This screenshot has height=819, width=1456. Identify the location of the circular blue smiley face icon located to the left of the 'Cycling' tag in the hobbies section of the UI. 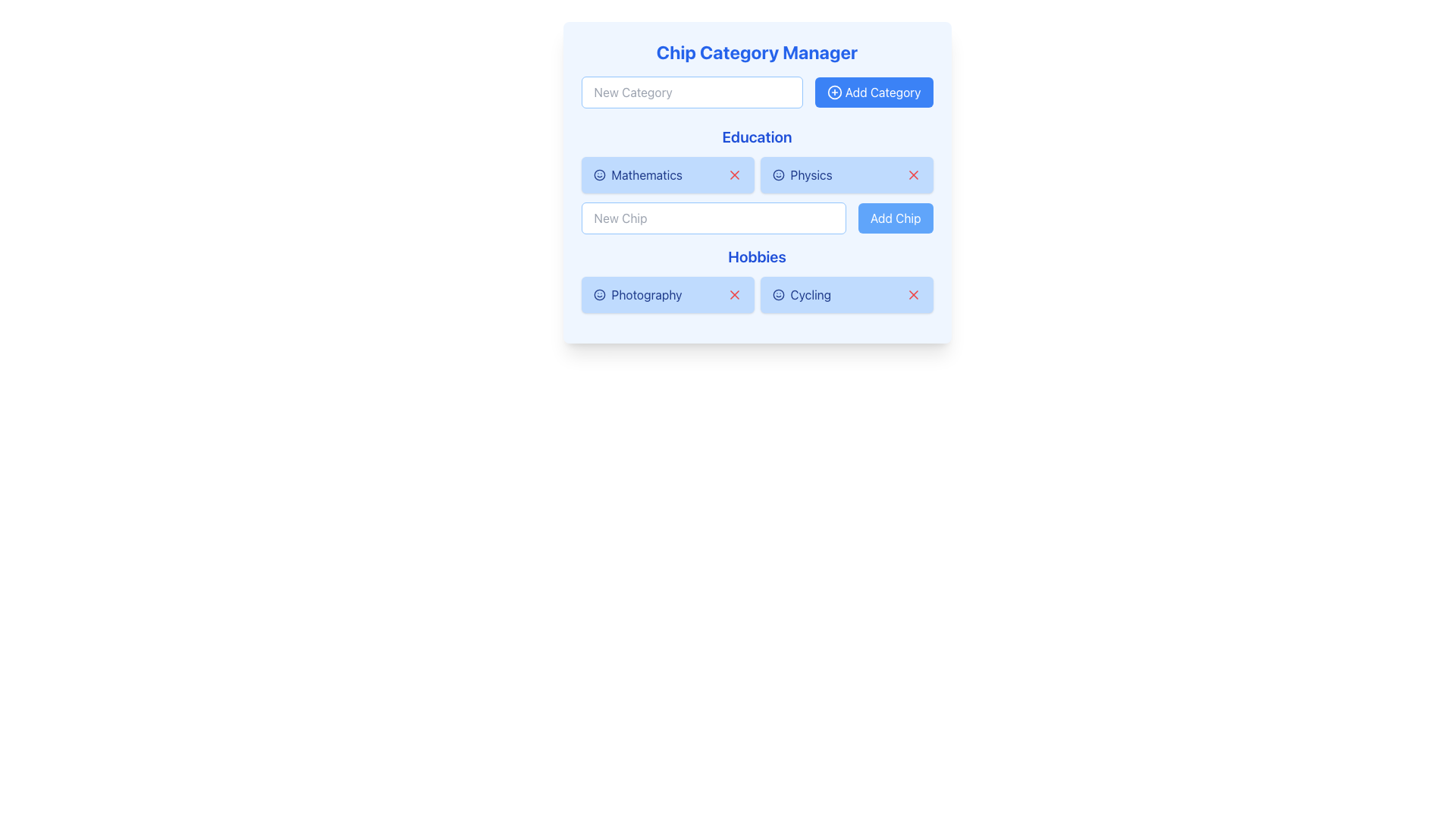
(778, 295).